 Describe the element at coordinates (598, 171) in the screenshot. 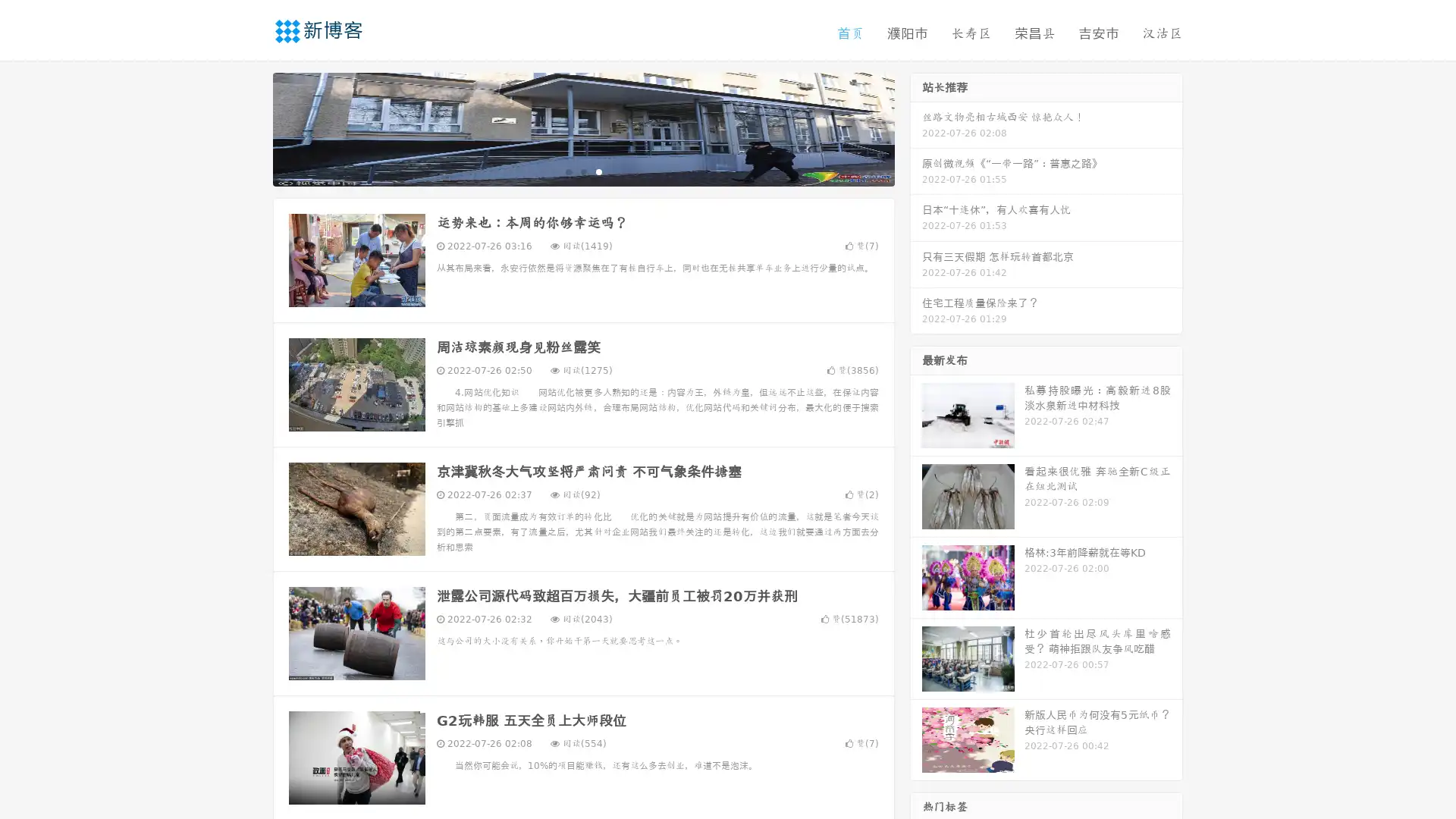

I see `Go to slide 3` at that location.